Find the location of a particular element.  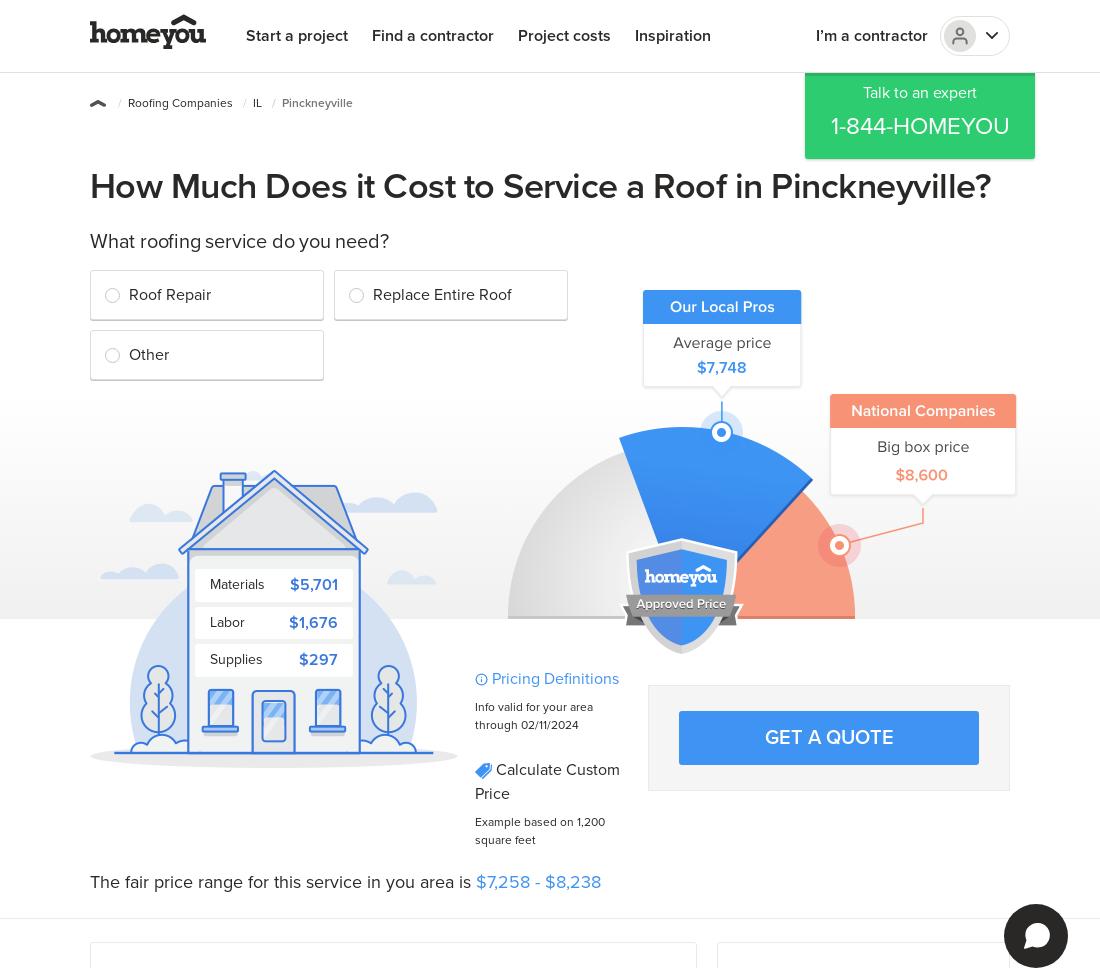

'Get a quote' is located at coordinates (763, 737).